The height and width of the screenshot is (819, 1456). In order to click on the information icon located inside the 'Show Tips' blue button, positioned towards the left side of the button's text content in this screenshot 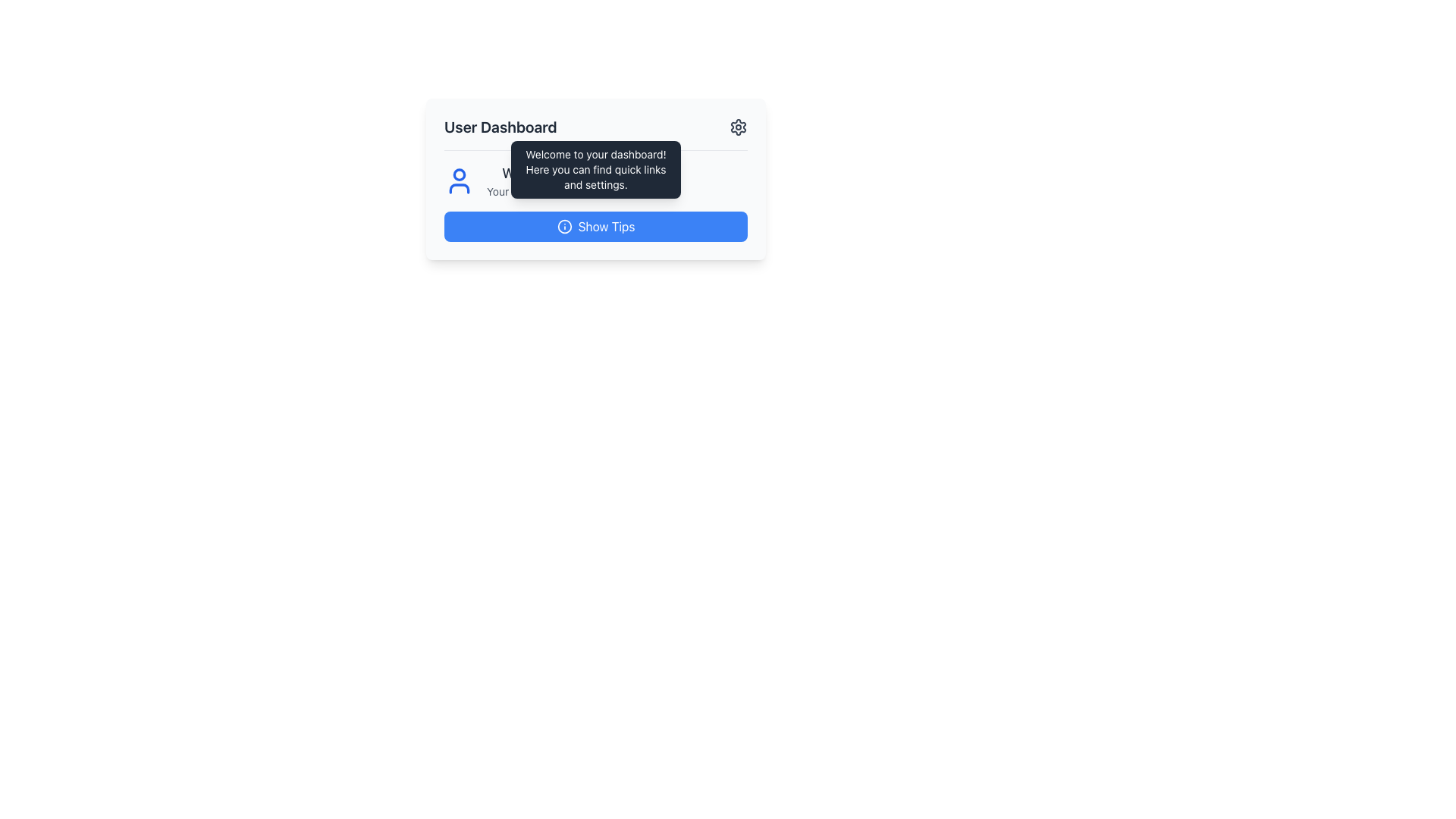, I will do `click(563, 227)`.